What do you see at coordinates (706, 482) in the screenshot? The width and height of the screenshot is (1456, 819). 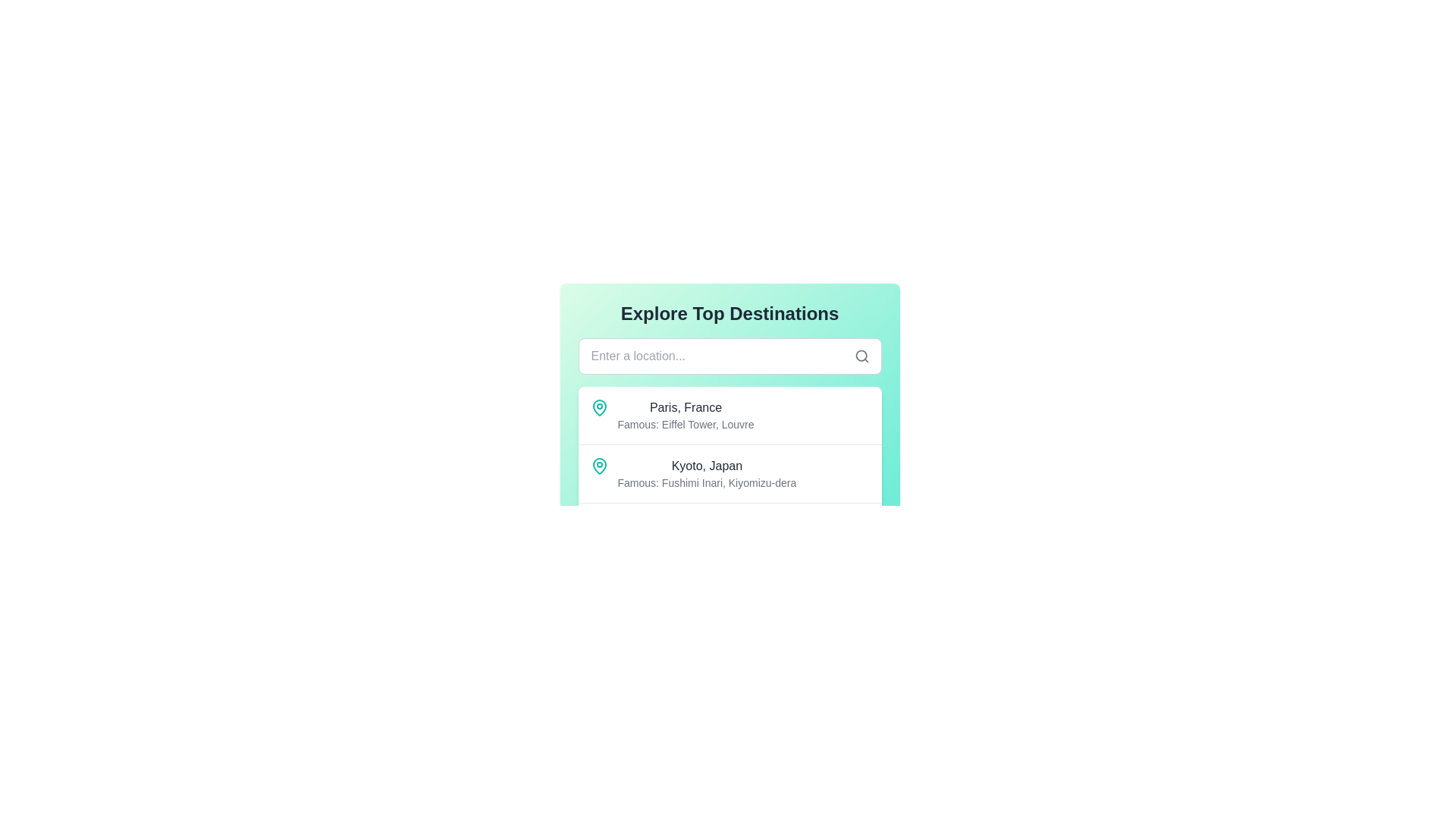 I see `the text label providing information about famous landmarks associated with 'Kyoto, Japan', which is positioned immediately below the heading 'Kyoto, Japan'` at bounding box center [706, 482].